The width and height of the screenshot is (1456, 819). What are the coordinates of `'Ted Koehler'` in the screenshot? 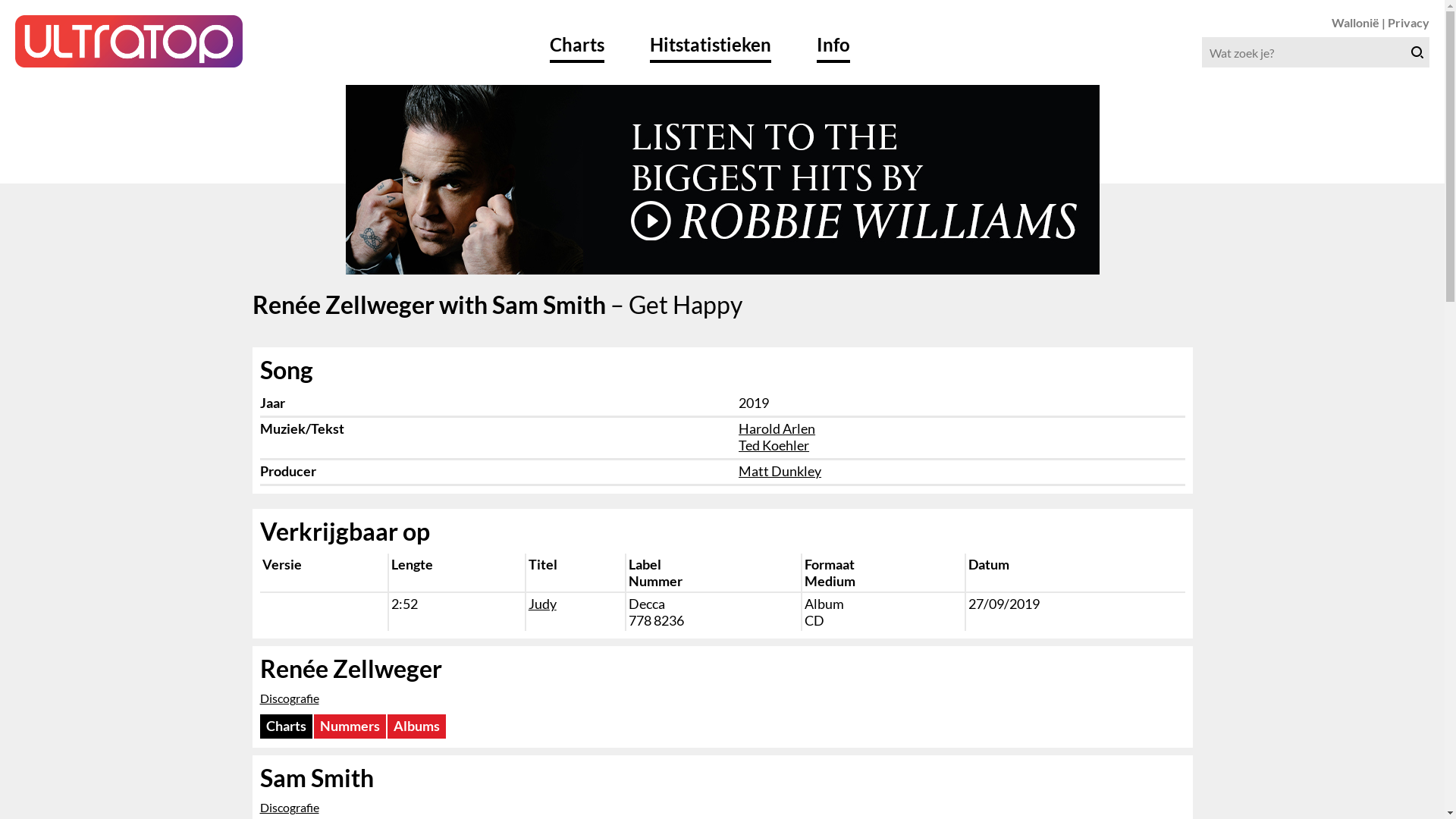 It's located at (773, 444).